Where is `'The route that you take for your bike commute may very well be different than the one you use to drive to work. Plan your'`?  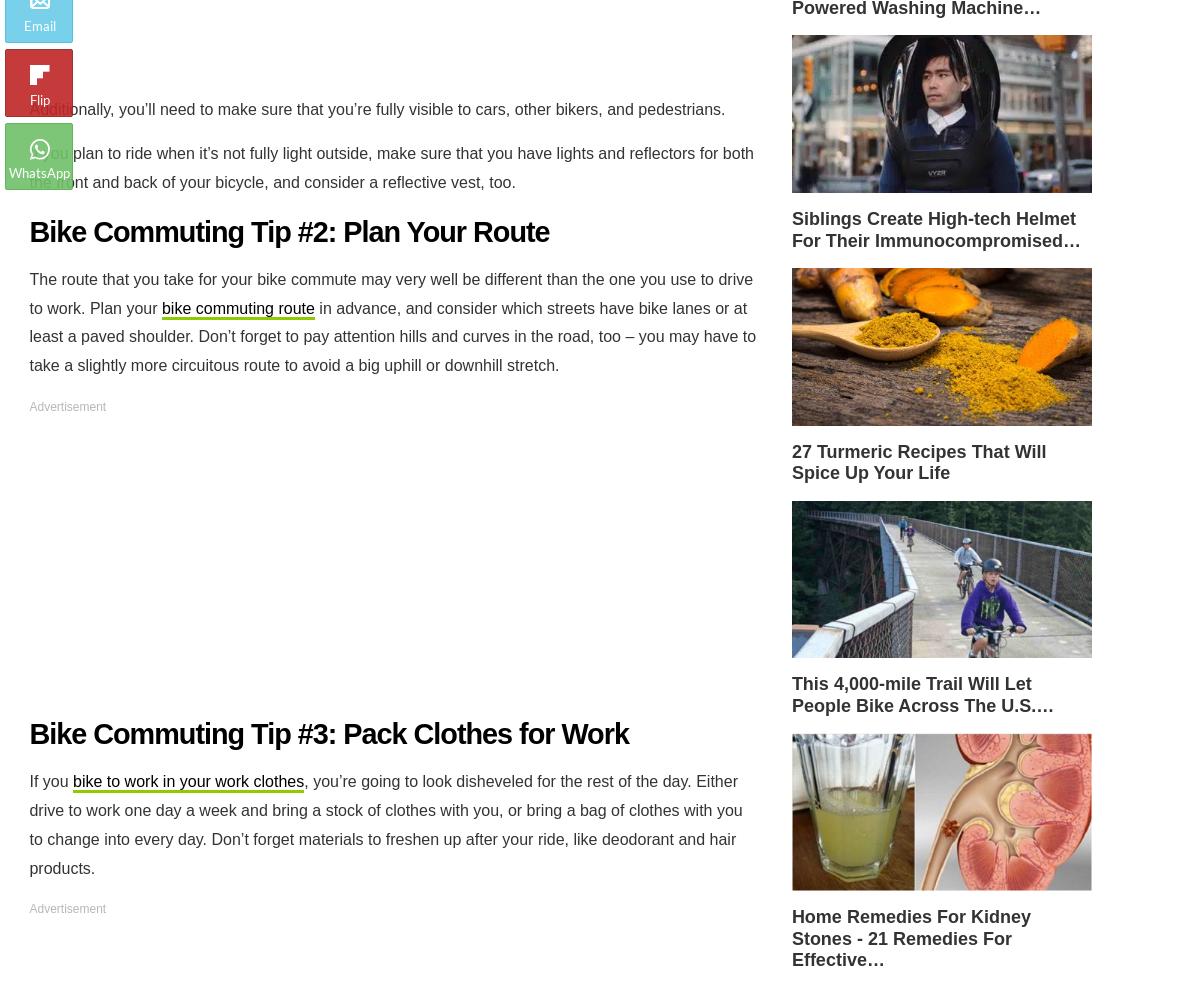 'The route that you take for your bike commute may very well be different than the one you use to drive to work. Plan your' is located at coordinates (390, 292).